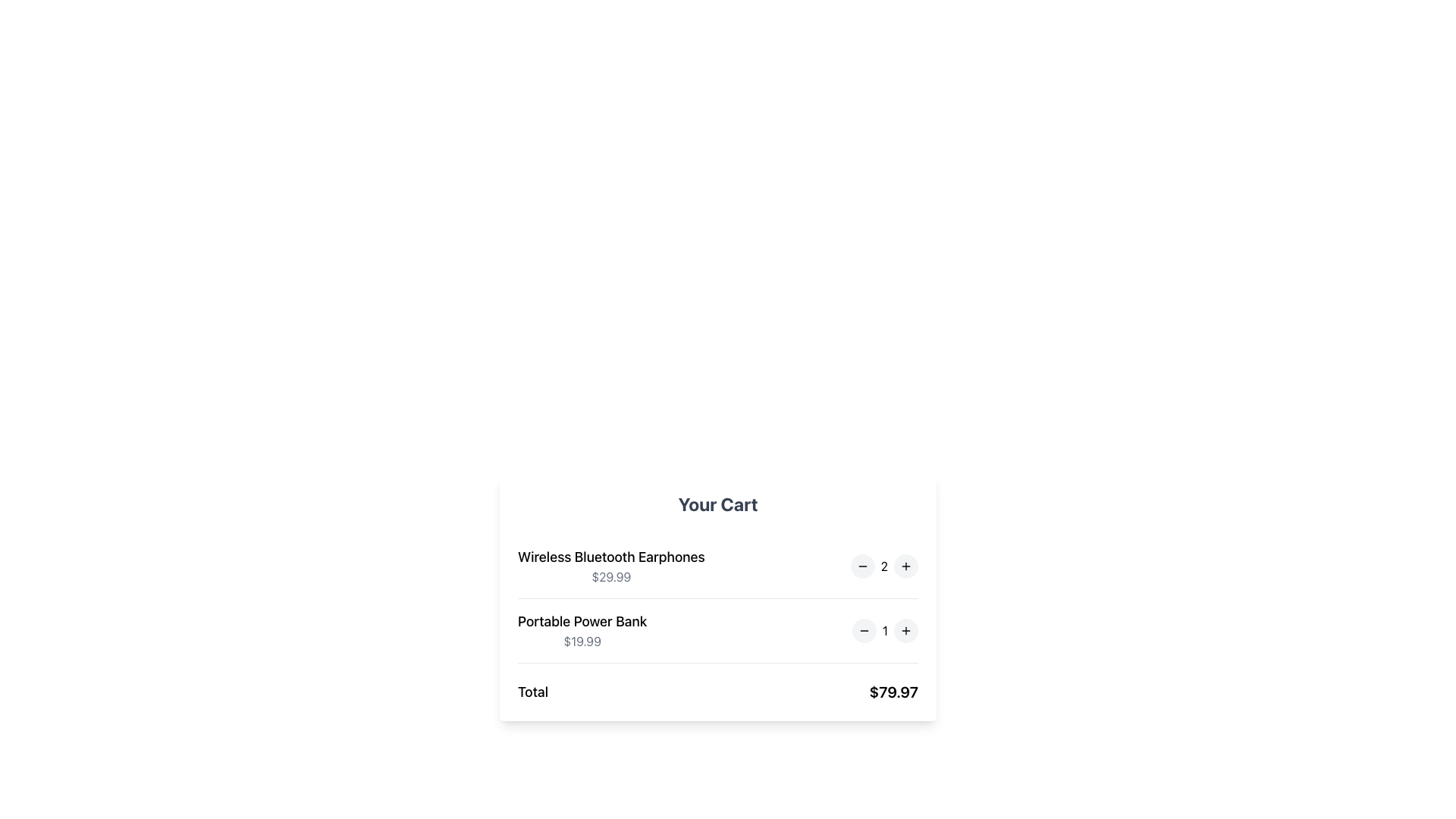 This screenshot has height=819, width=1456. Describe the element at coordinates (862, 566) in the screenshot. I see `the circular button with a light gray background and a dark horizontal line icon (minus sign) located to the left of the quantity display for the 'Wireless Bluetooth Earphones' item in the shopping cart` at that location.